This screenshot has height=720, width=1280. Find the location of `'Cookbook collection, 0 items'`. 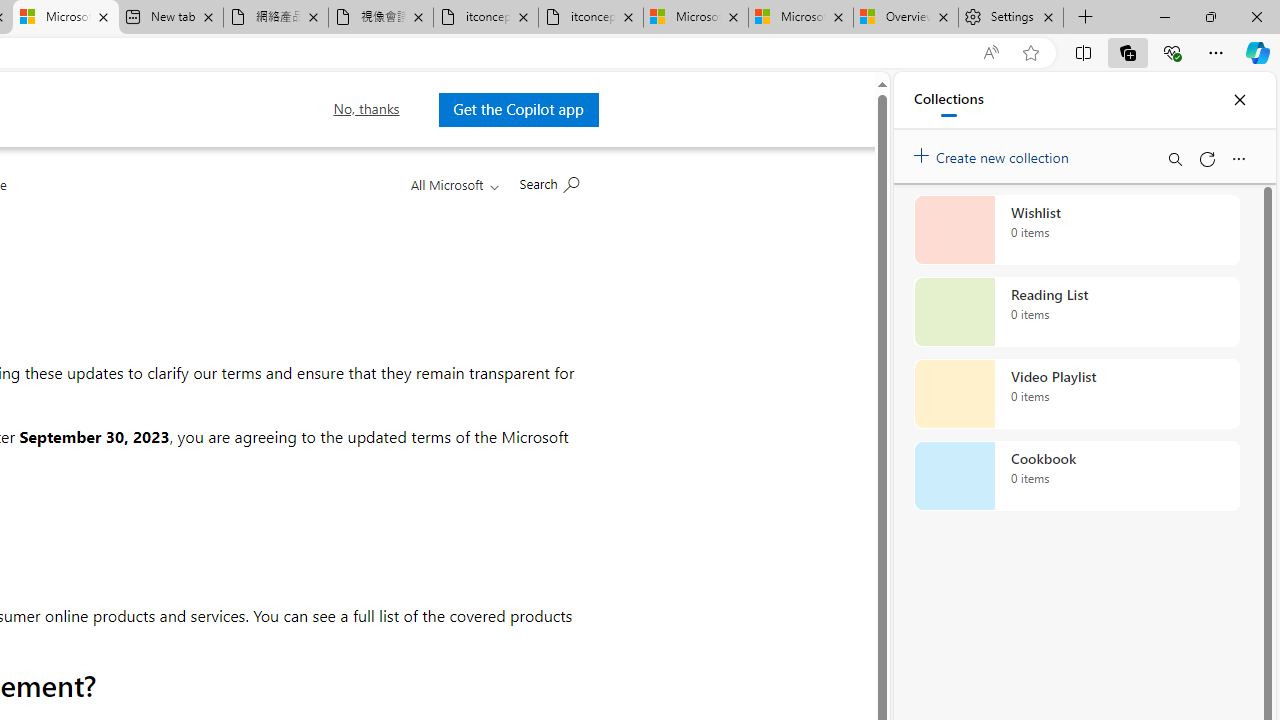

'Cookbook collection, 0 items' is located at coordinates (1076, 475).